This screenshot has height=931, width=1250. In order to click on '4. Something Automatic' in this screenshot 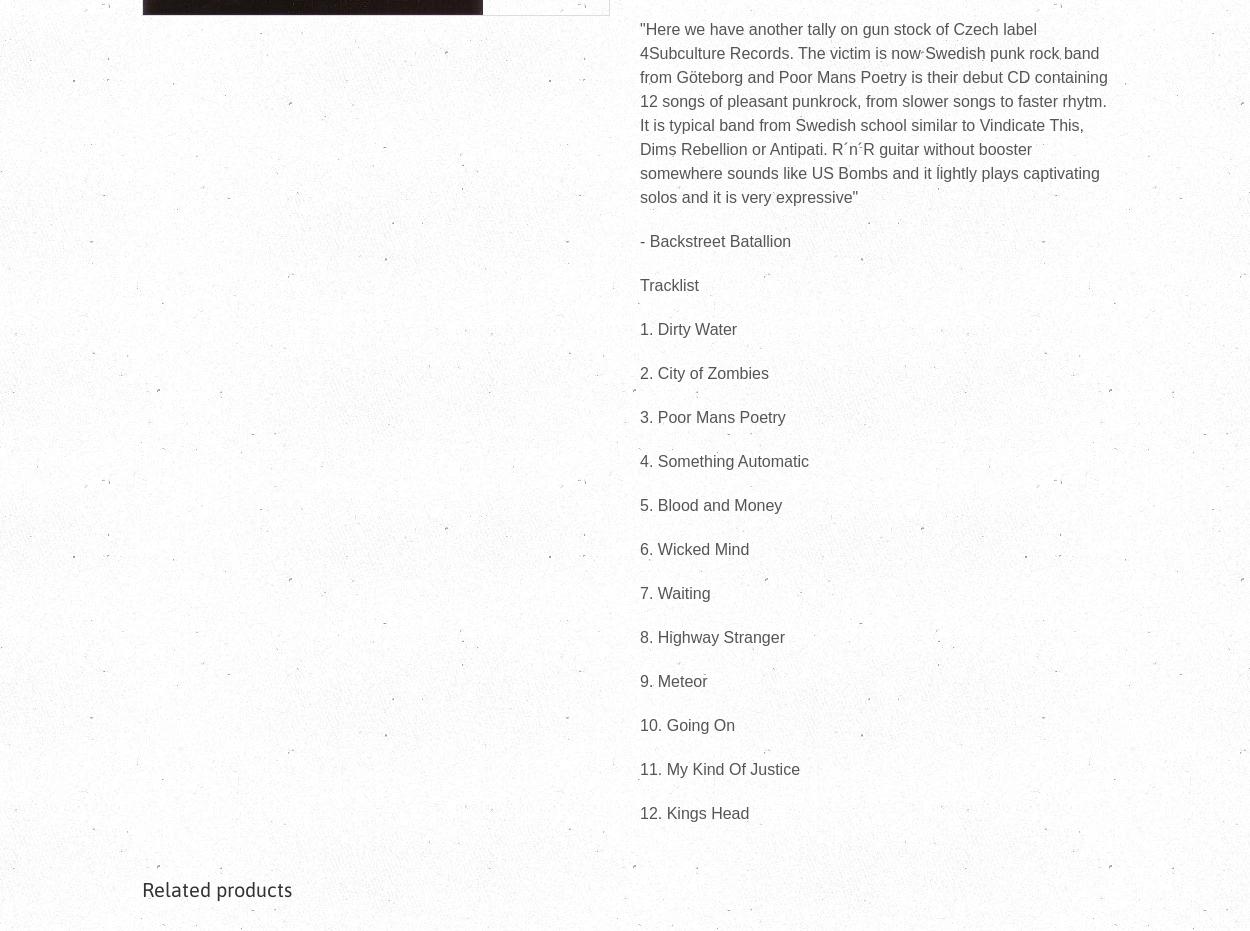, I will do `click(723, 460)`.